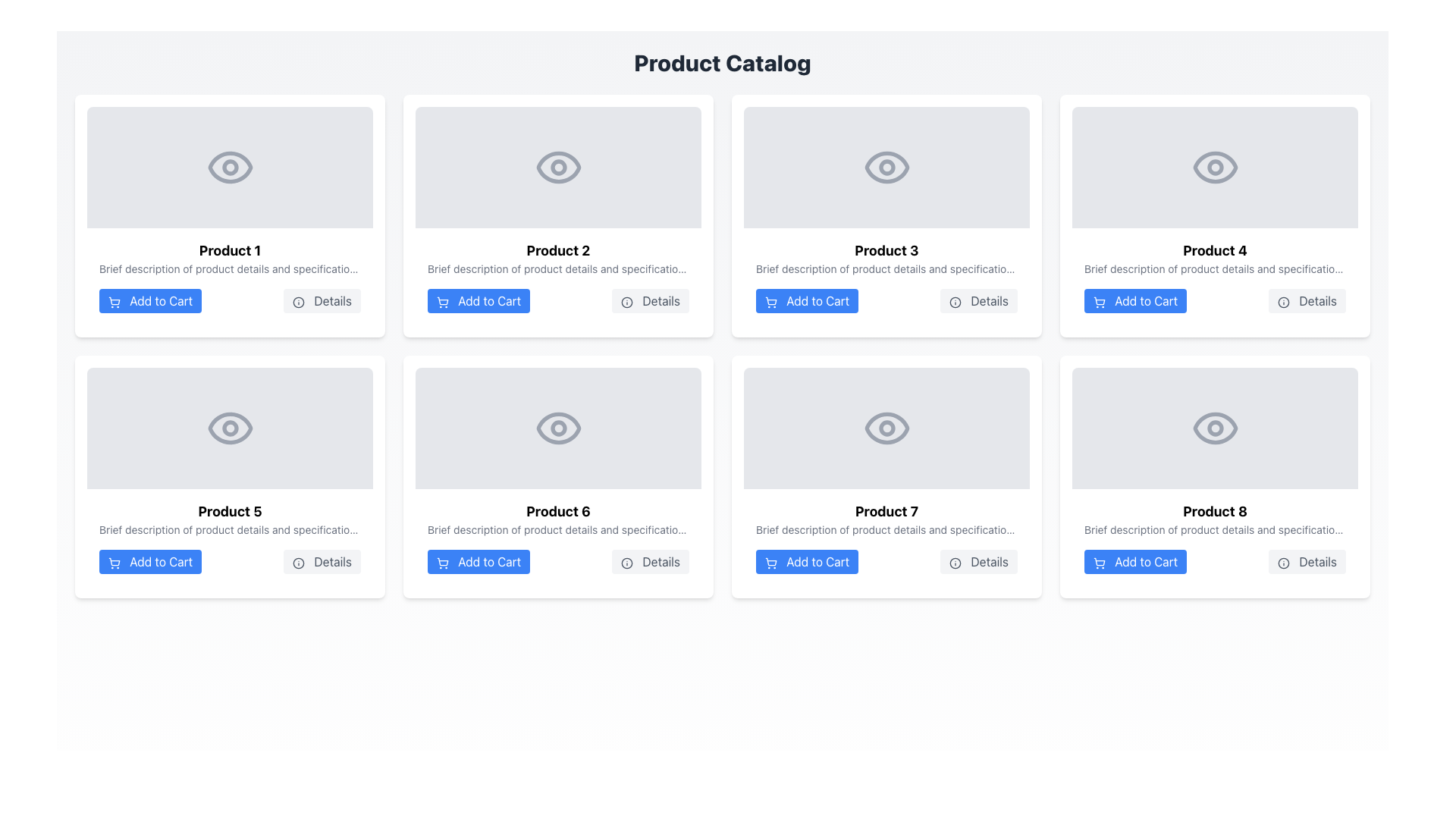 The width and height of the screenshot is (1456, 819). I want to click on the text label providing product details for 'Product 8' located directly below its title and above the buttons, so click(1215, 529).